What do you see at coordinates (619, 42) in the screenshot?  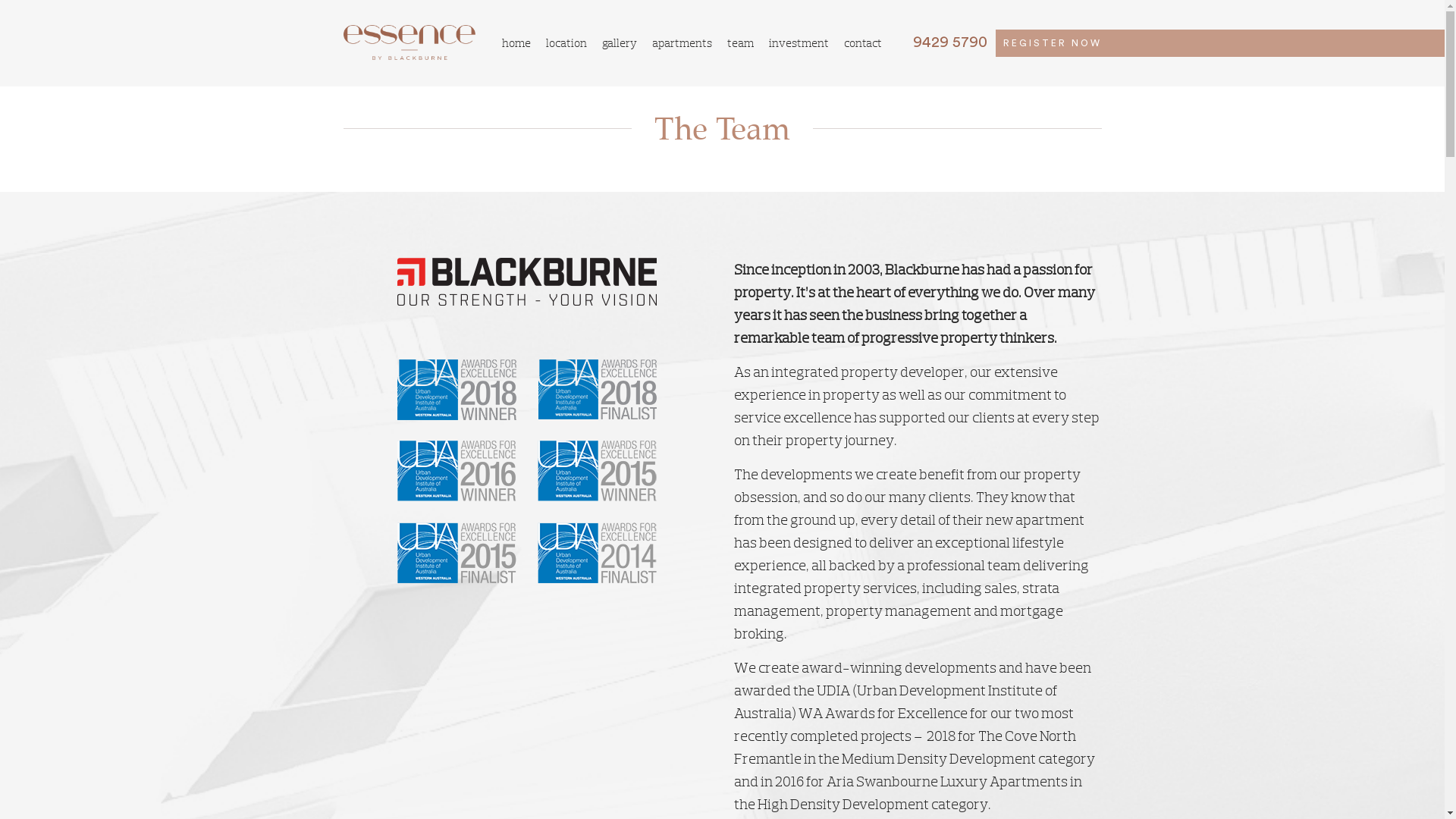 I see `'gallery'` at bounding box center [619, 42].